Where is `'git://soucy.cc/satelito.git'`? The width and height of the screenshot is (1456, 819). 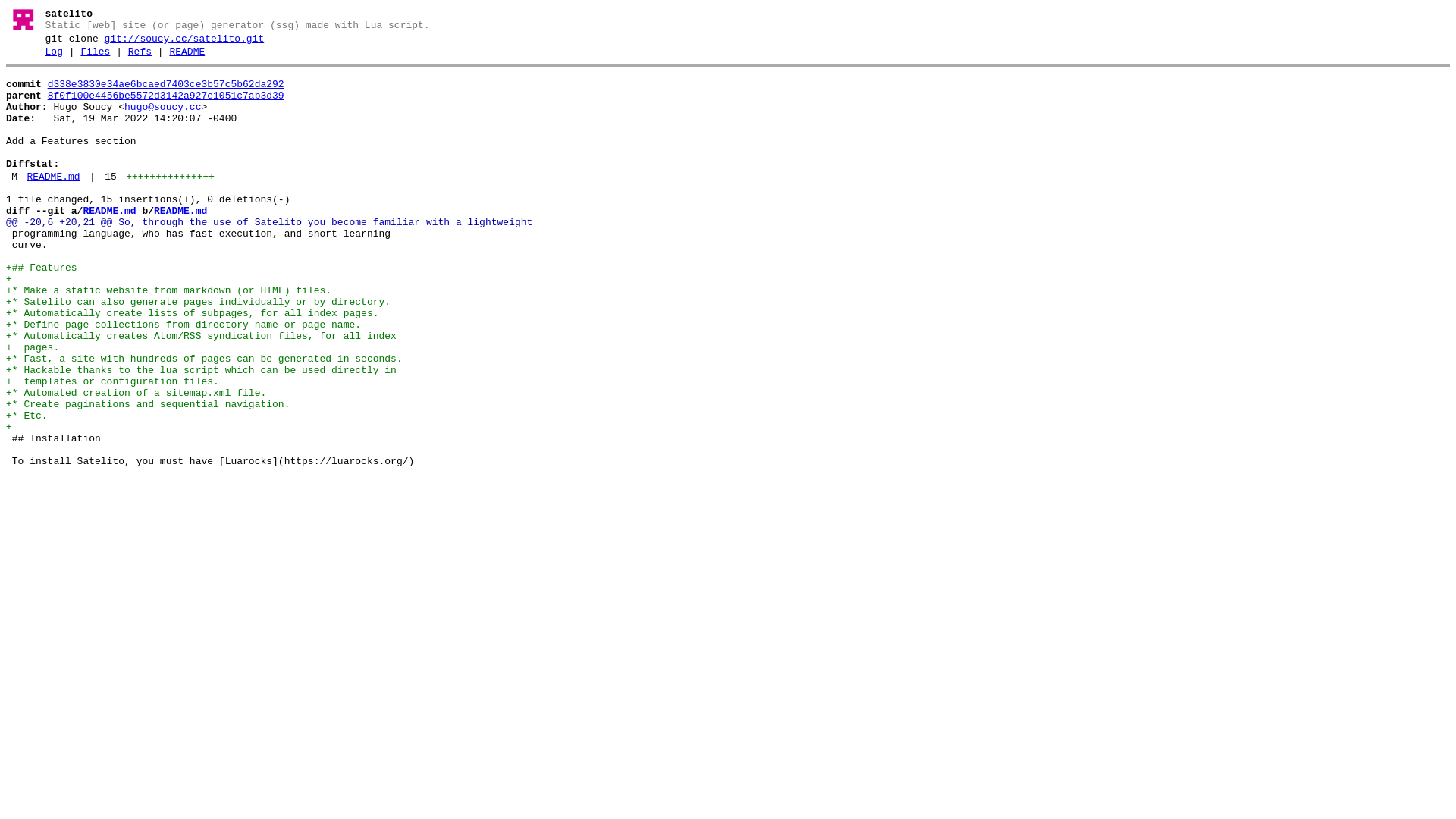 'git://soucy.cc/satelito.git' is located at coordinates (184, 38).